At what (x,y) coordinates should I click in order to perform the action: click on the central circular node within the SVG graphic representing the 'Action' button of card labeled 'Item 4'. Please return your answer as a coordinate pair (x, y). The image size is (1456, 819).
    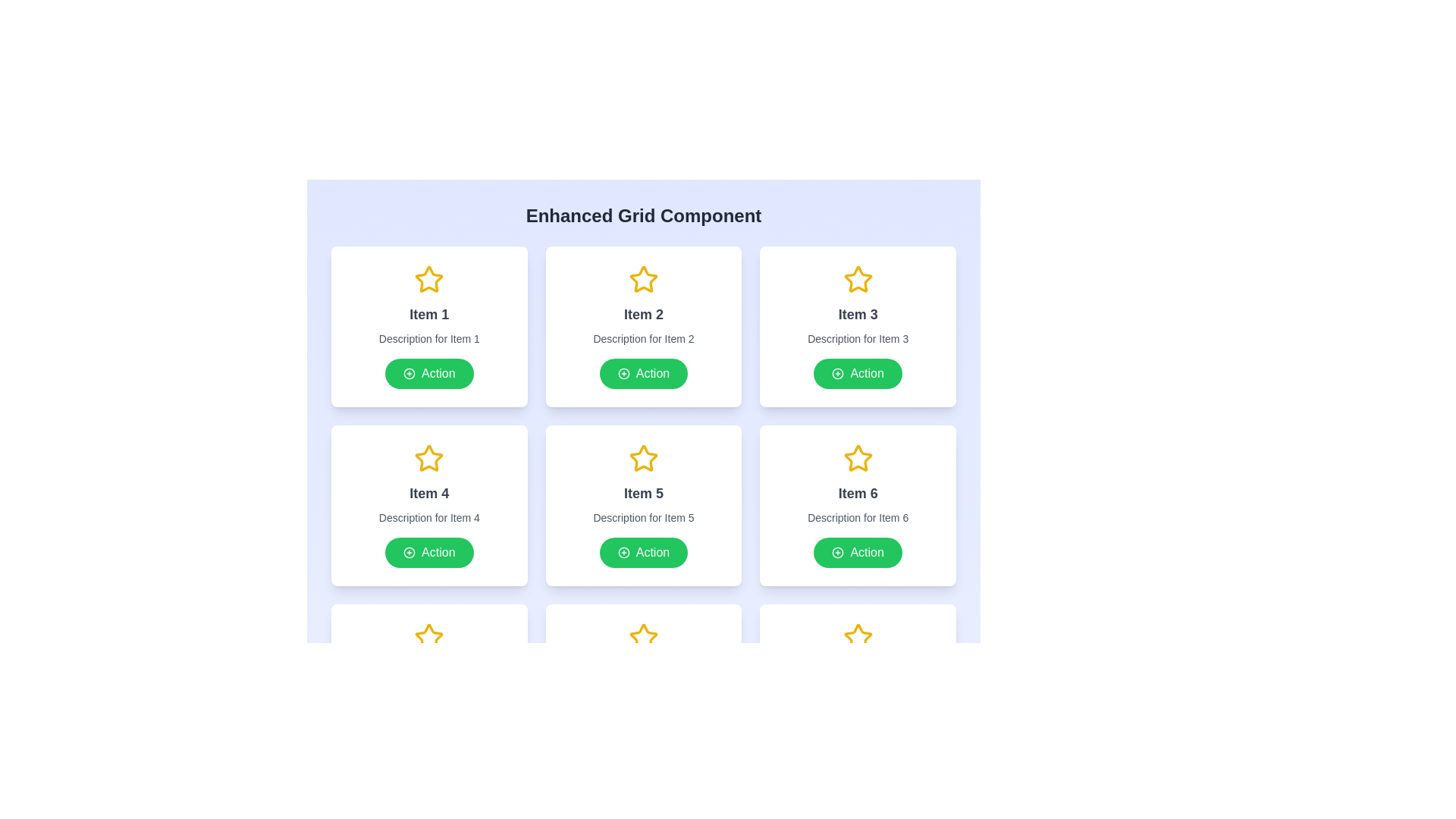
    Looking at the image, I should click on (409, 553).